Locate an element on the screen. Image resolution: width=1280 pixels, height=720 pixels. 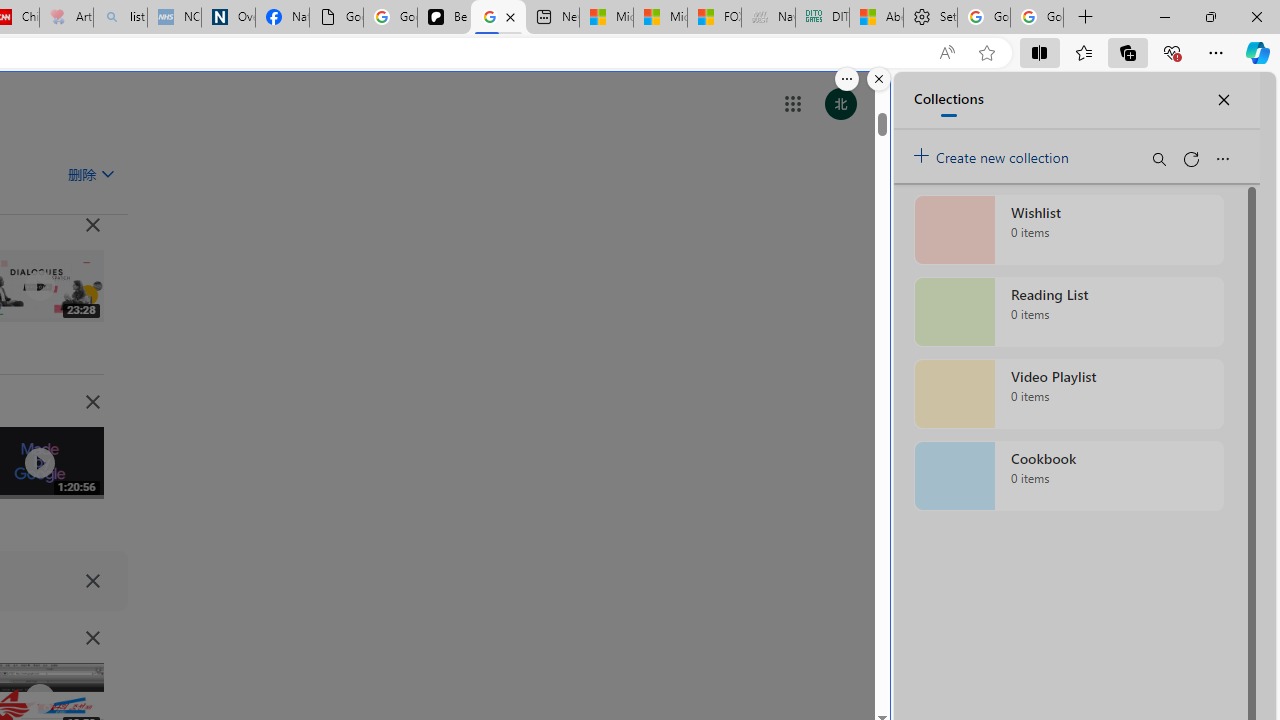
'Class: TjcpUd NMm5M' is located at coordinates (91, 637).